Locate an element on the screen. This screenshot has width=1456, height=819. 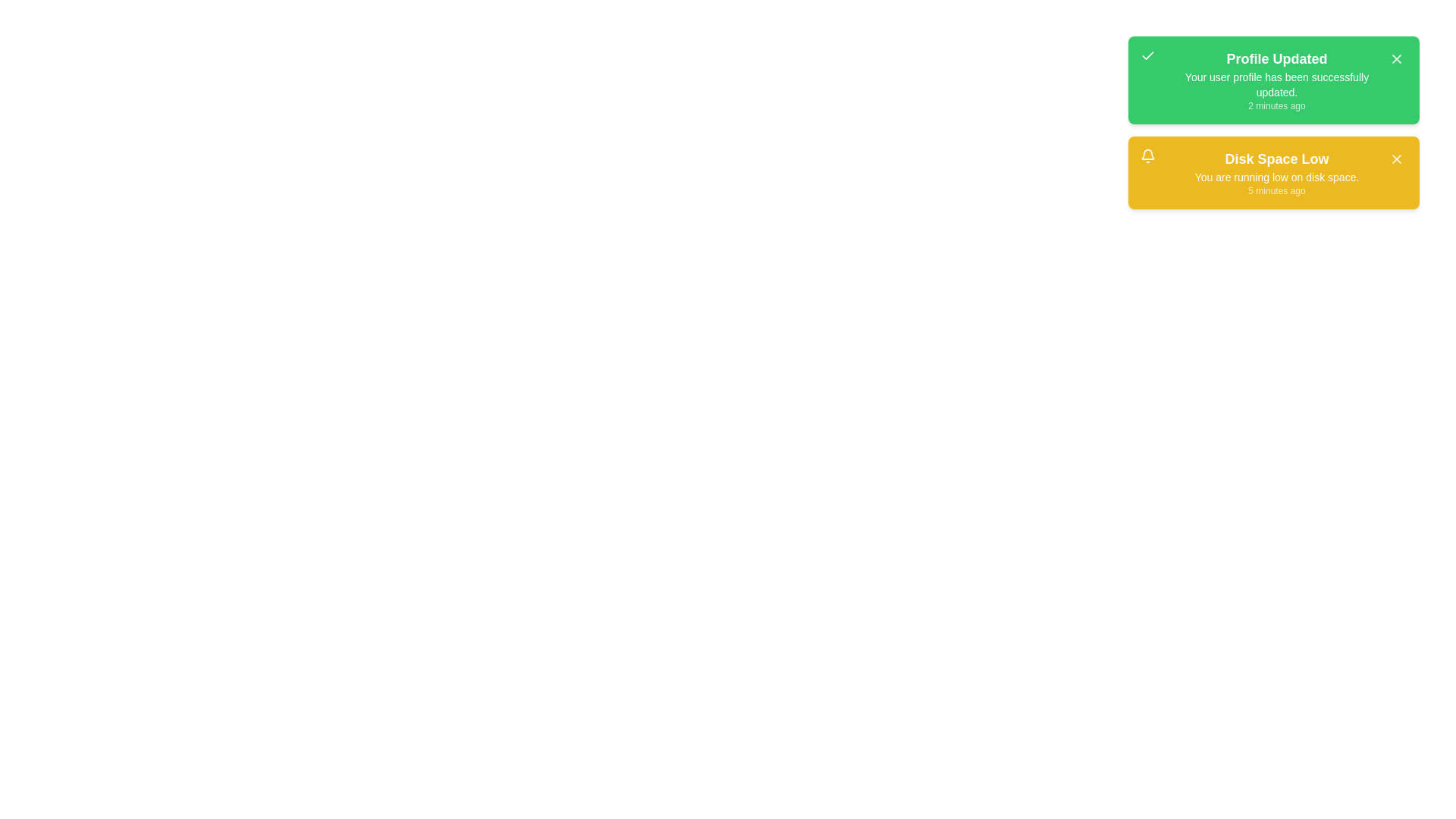
the notification icons by focusing on the icons displayed in the notification panel is located at coordinates (1147, 55).